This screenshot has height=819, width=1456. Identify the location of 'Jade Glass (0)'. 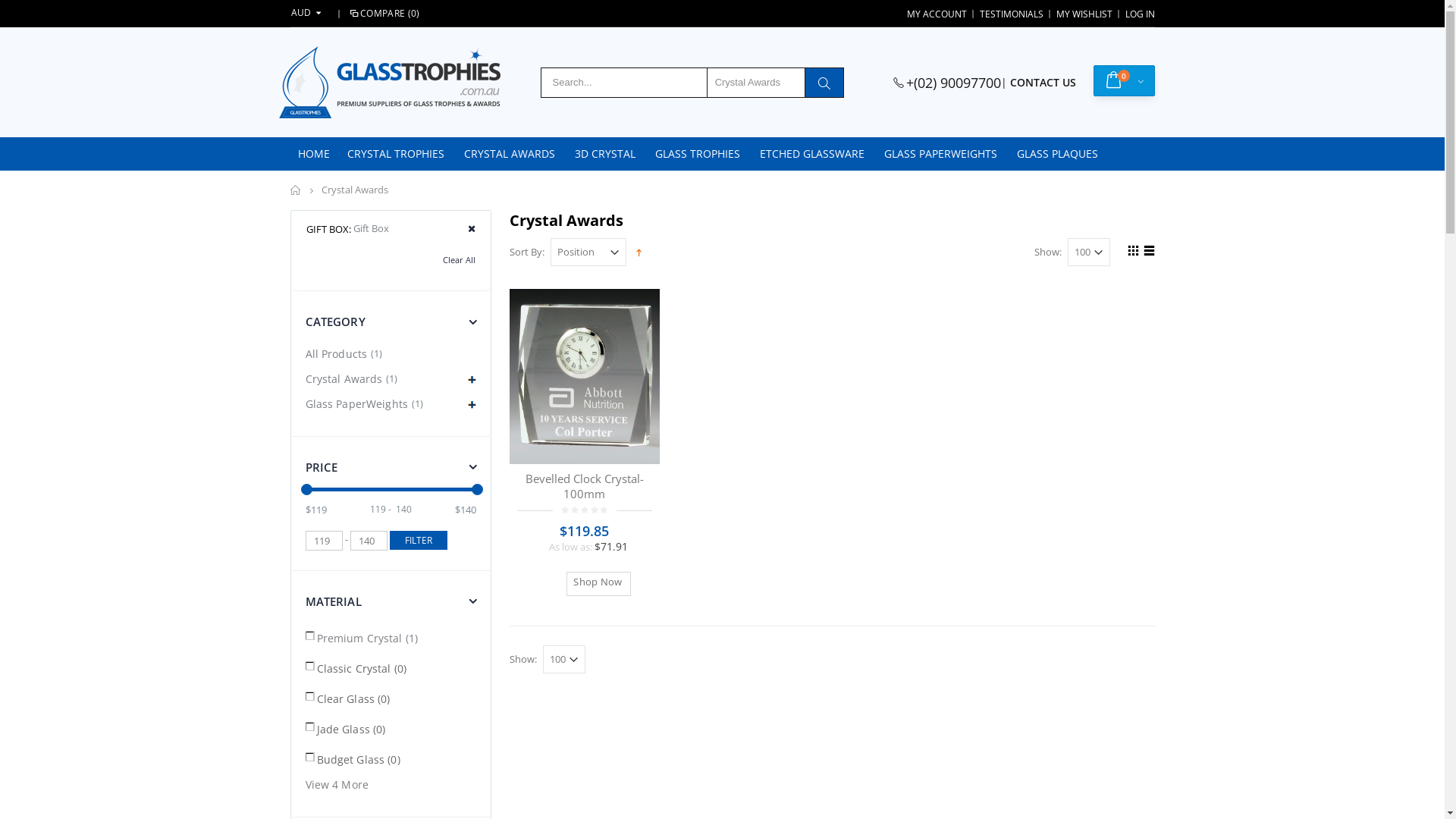
(346, 725).